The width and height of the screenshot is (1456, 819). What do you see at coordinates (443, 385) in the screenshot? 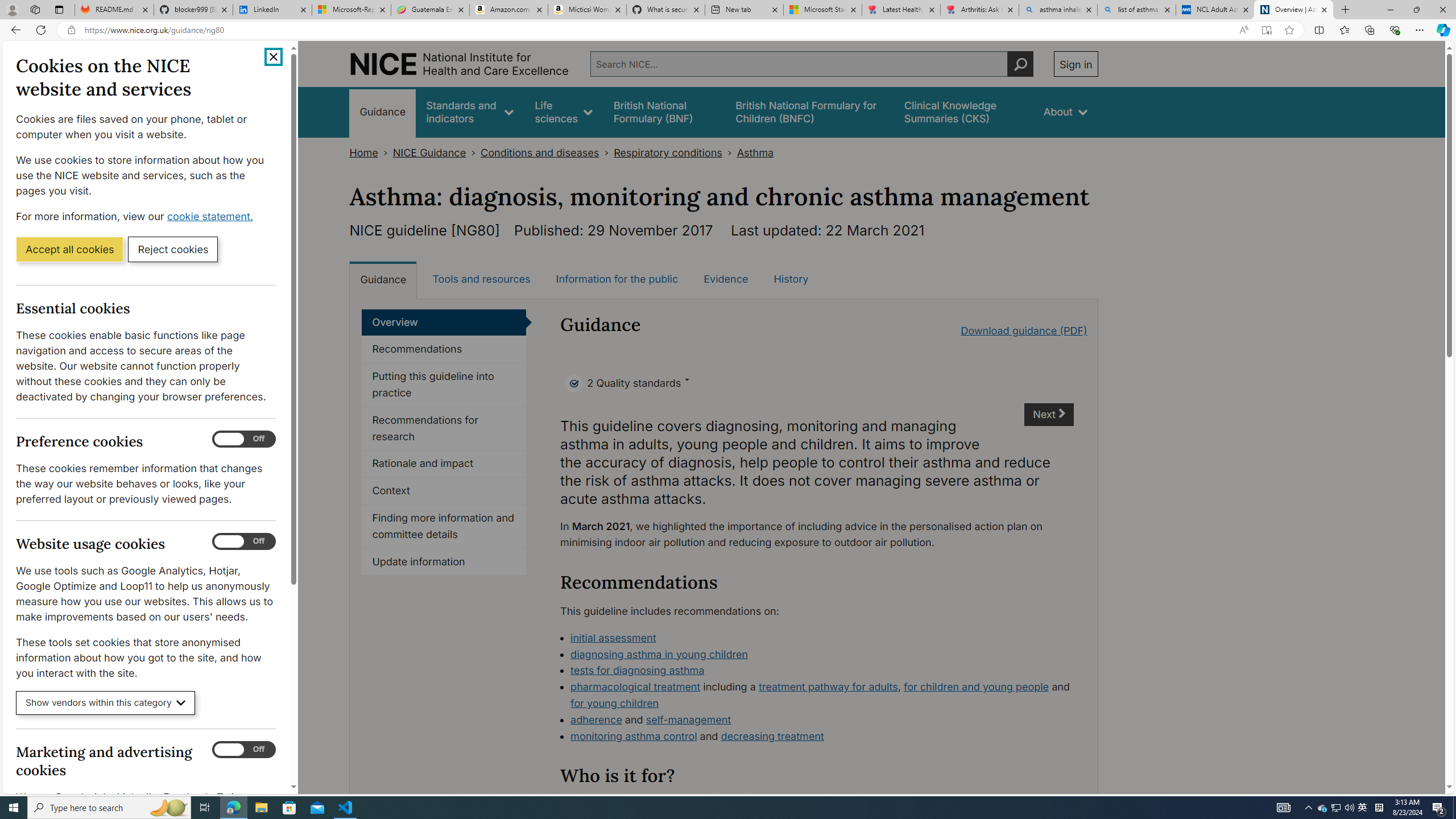
I see `'Putting this guideline into practice'` at bounding box center [443, 385].